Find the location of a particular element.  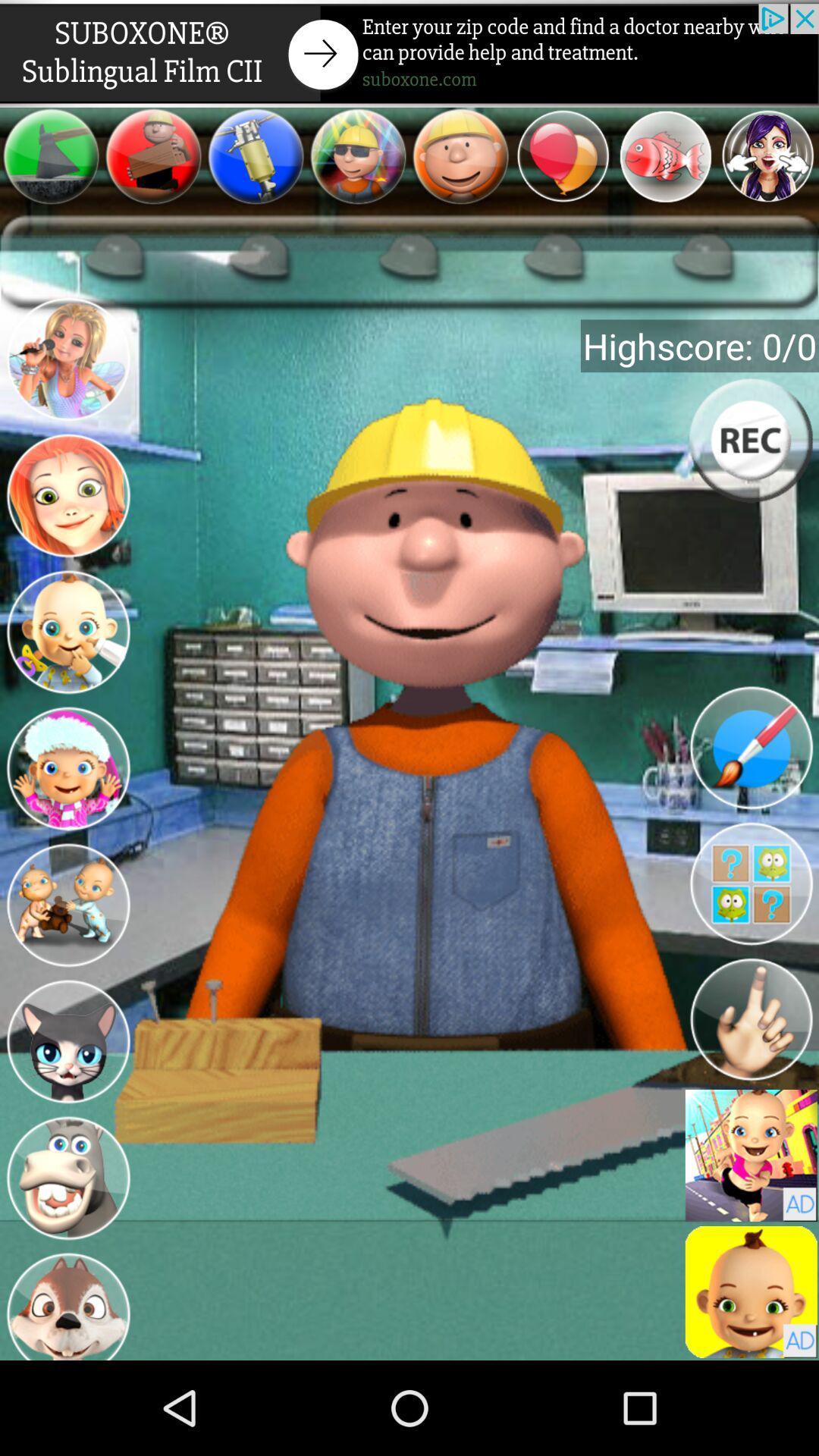

share the article is located at coordinates (409, 53).